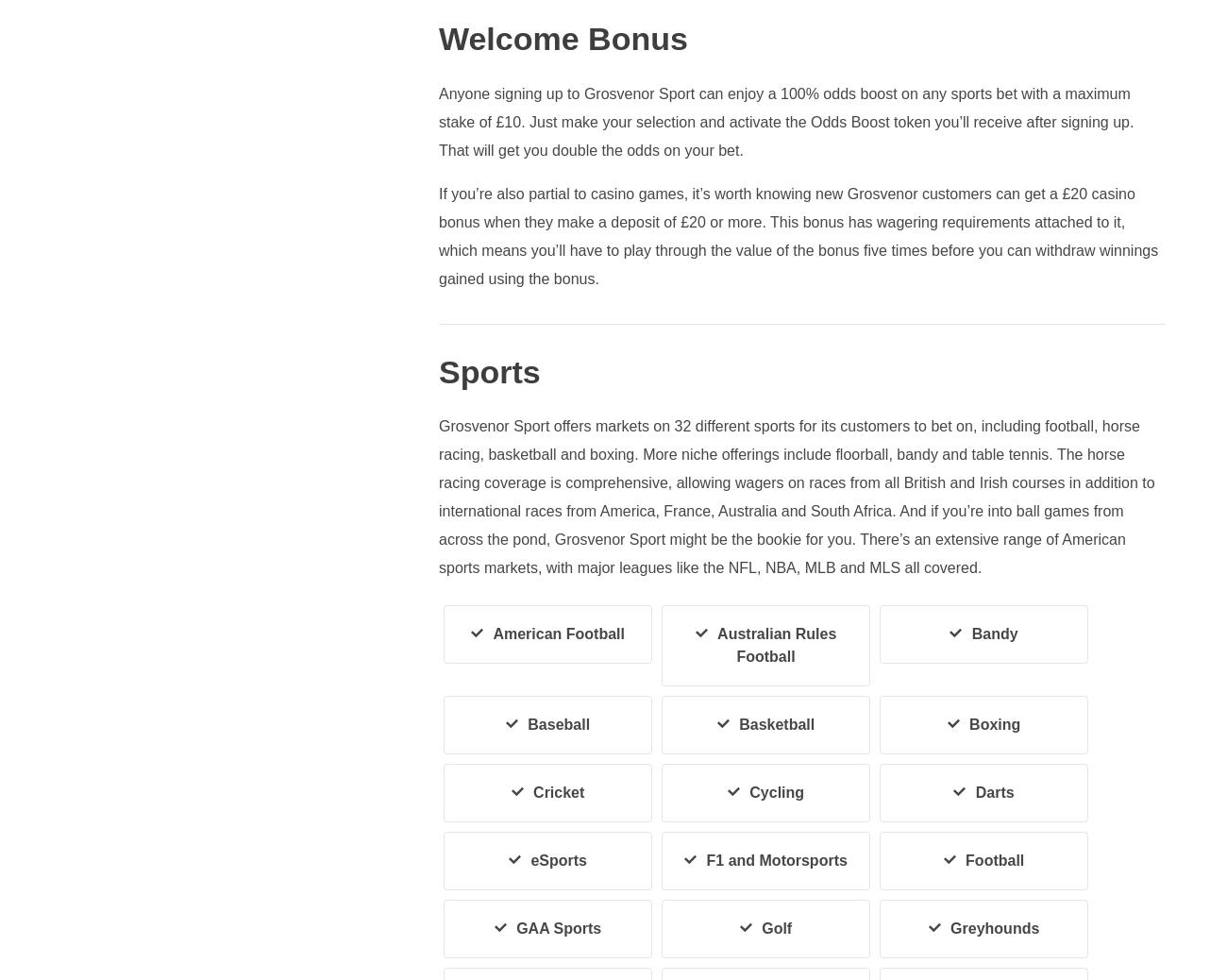 The width and height of the screenshot is (1227, 980). What do you see at coordinates (562, 38) in the screenshot?
I see `'Welcome Bonus'` at bounding box center [562, 38].